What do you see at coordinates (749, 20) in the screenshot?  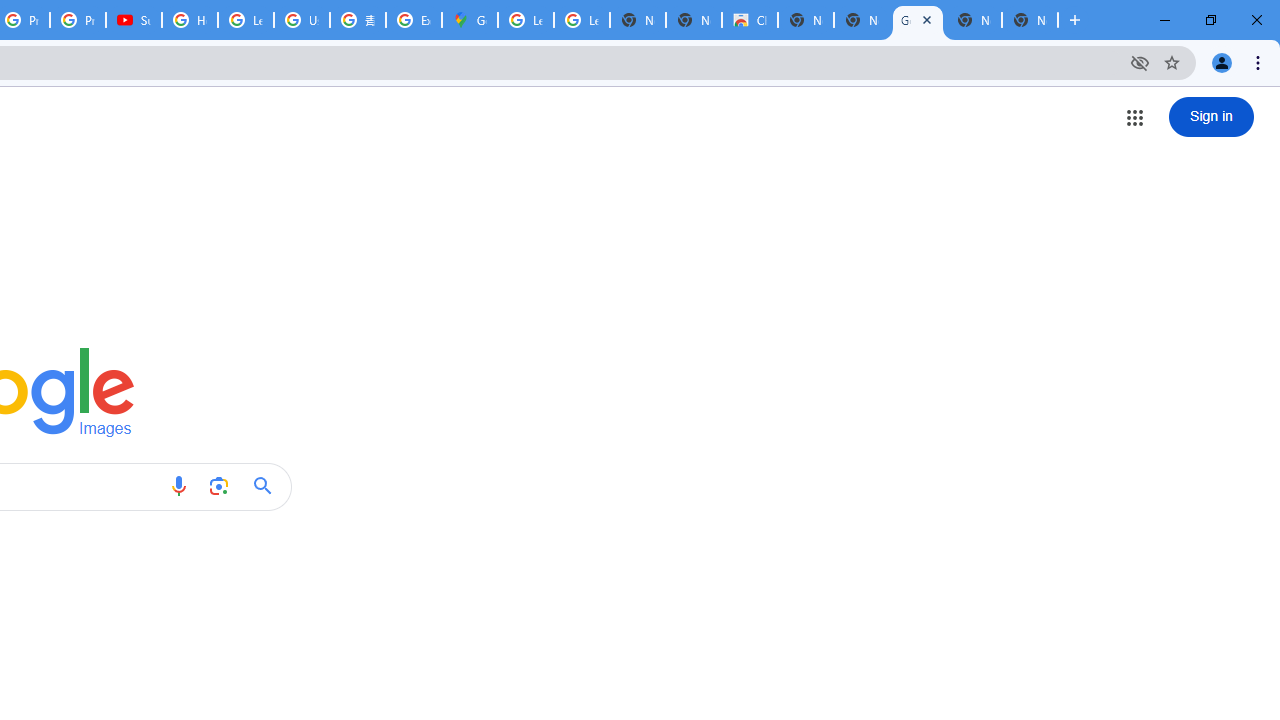 I see `'Chrome Web Store'` at bounding box center [749, 20].